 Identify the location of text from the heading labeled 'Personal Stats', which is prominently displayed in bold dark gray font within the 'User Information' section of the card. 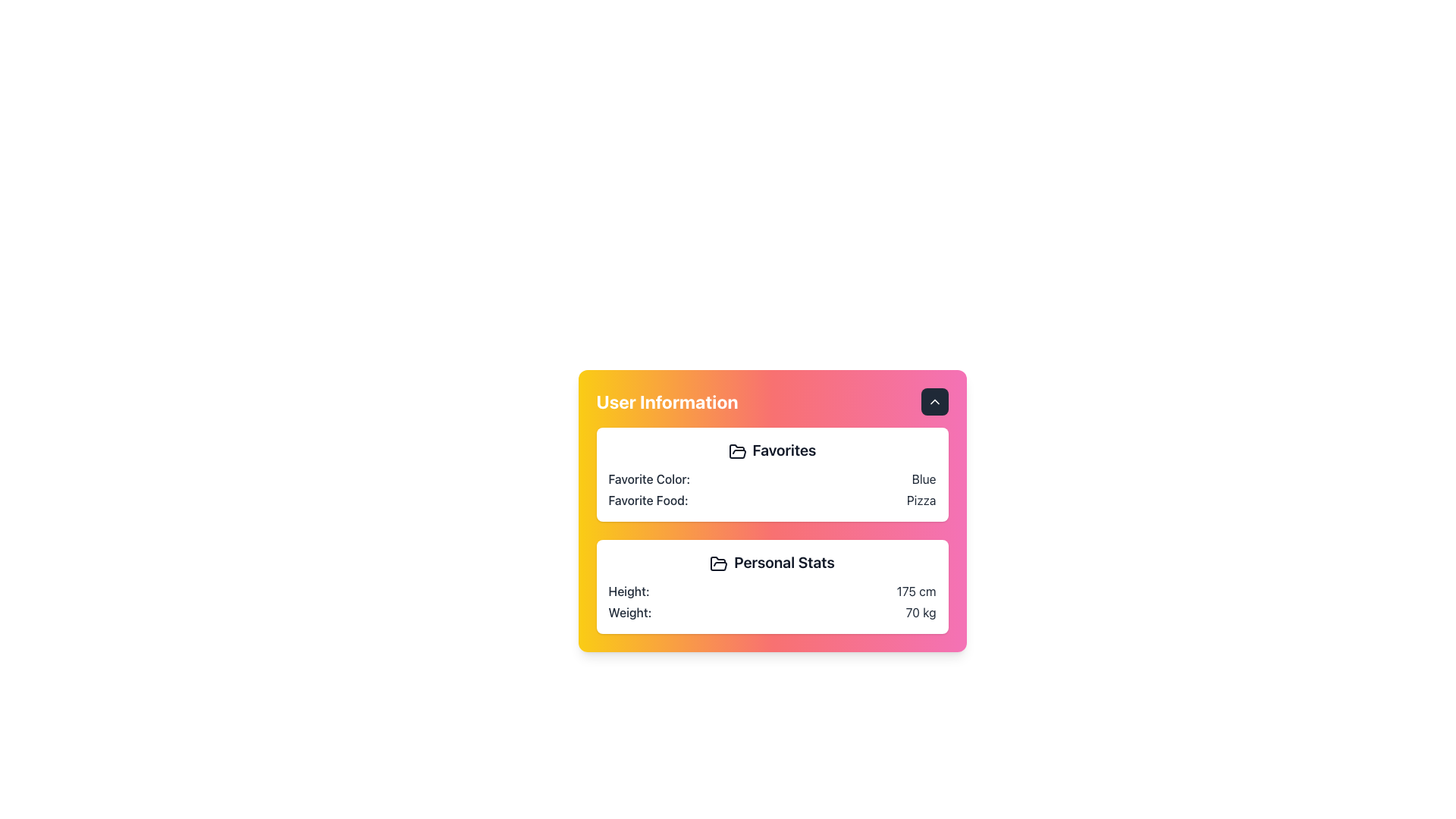
(772, 562).